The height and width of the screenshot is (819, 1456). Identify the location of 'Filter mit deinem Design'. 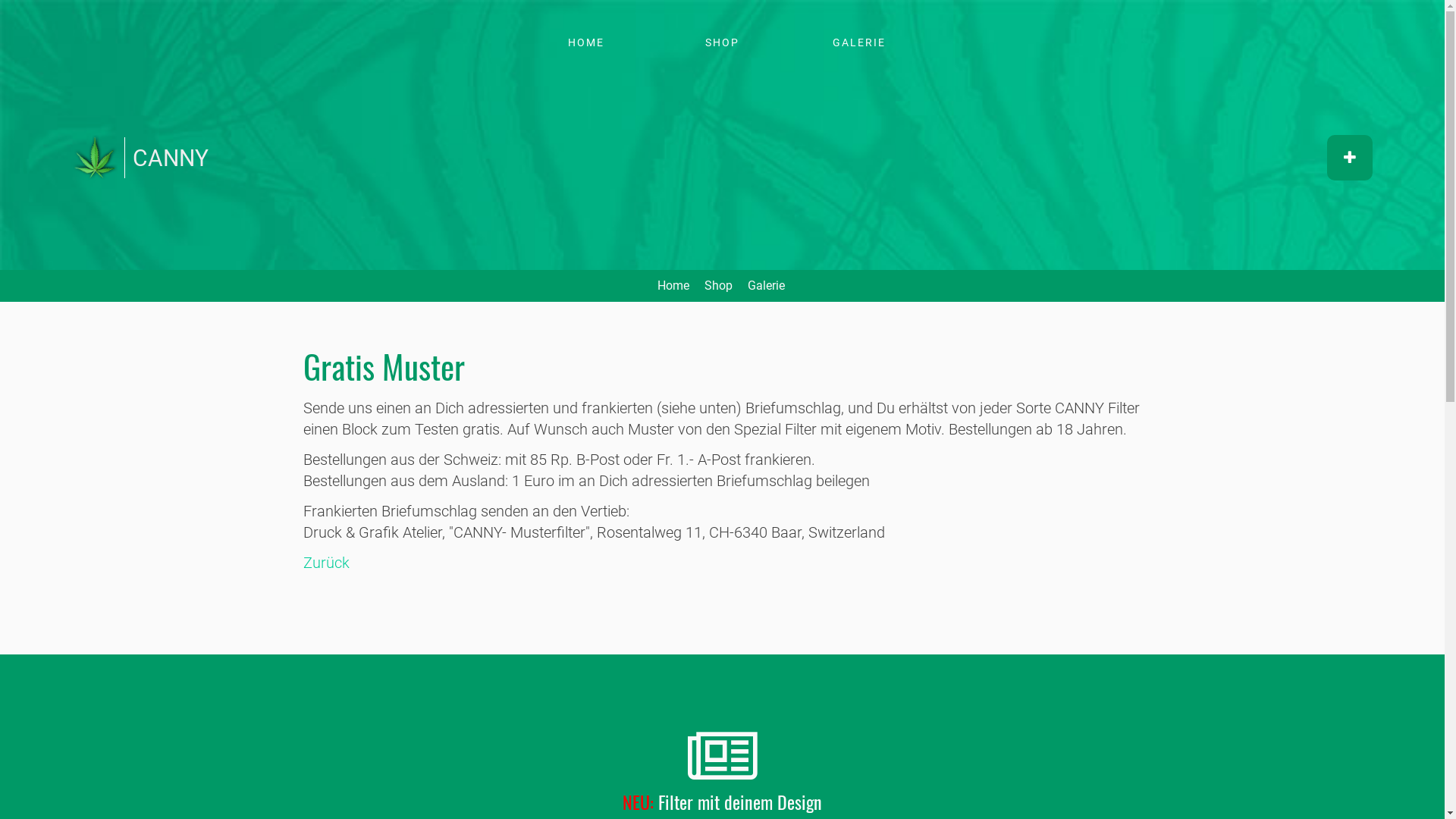
(739, 800).